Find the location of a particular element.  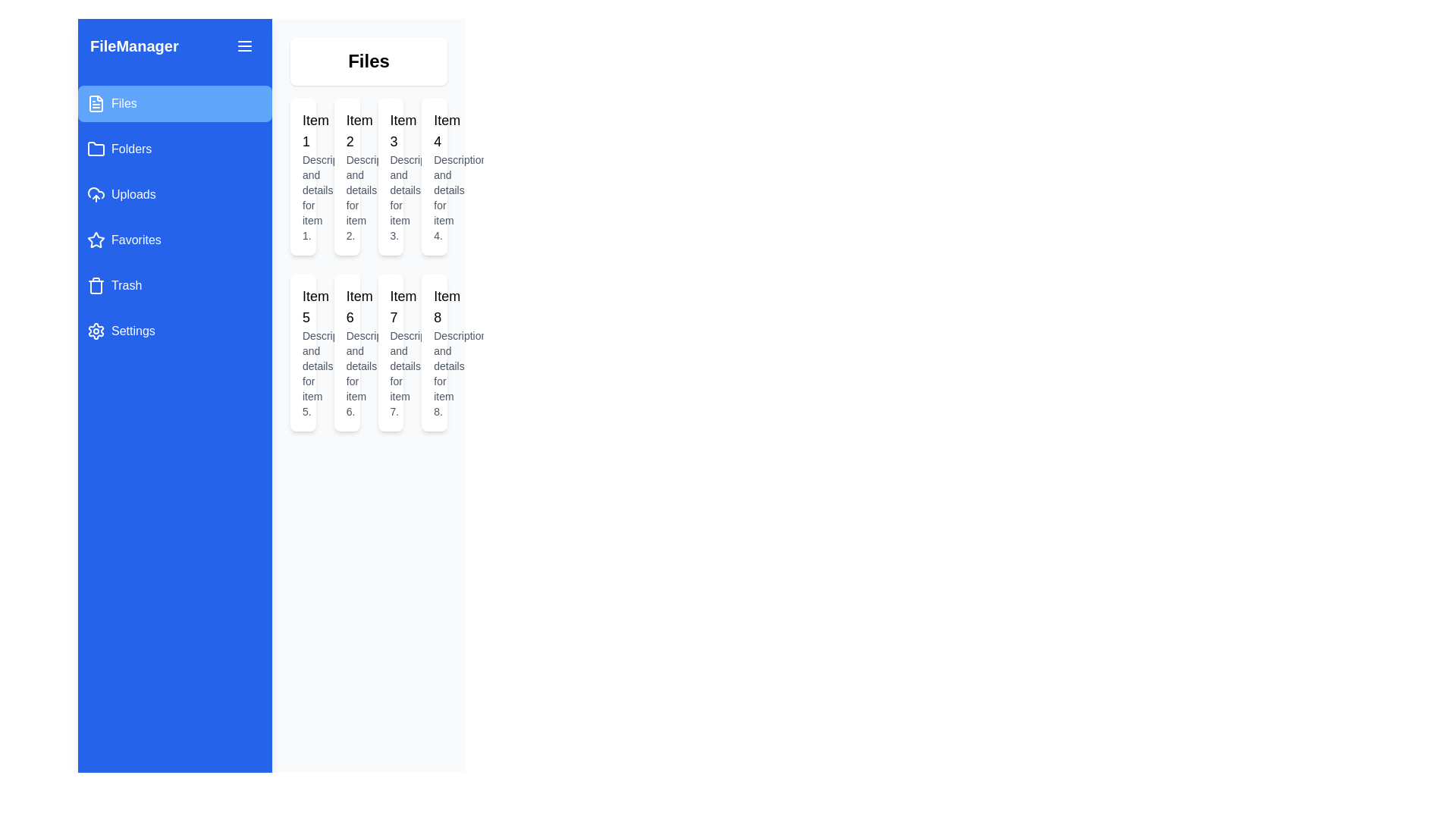

the 'Uploads' icon in the sidebar navigation menu is located at coordinates (95, 194).